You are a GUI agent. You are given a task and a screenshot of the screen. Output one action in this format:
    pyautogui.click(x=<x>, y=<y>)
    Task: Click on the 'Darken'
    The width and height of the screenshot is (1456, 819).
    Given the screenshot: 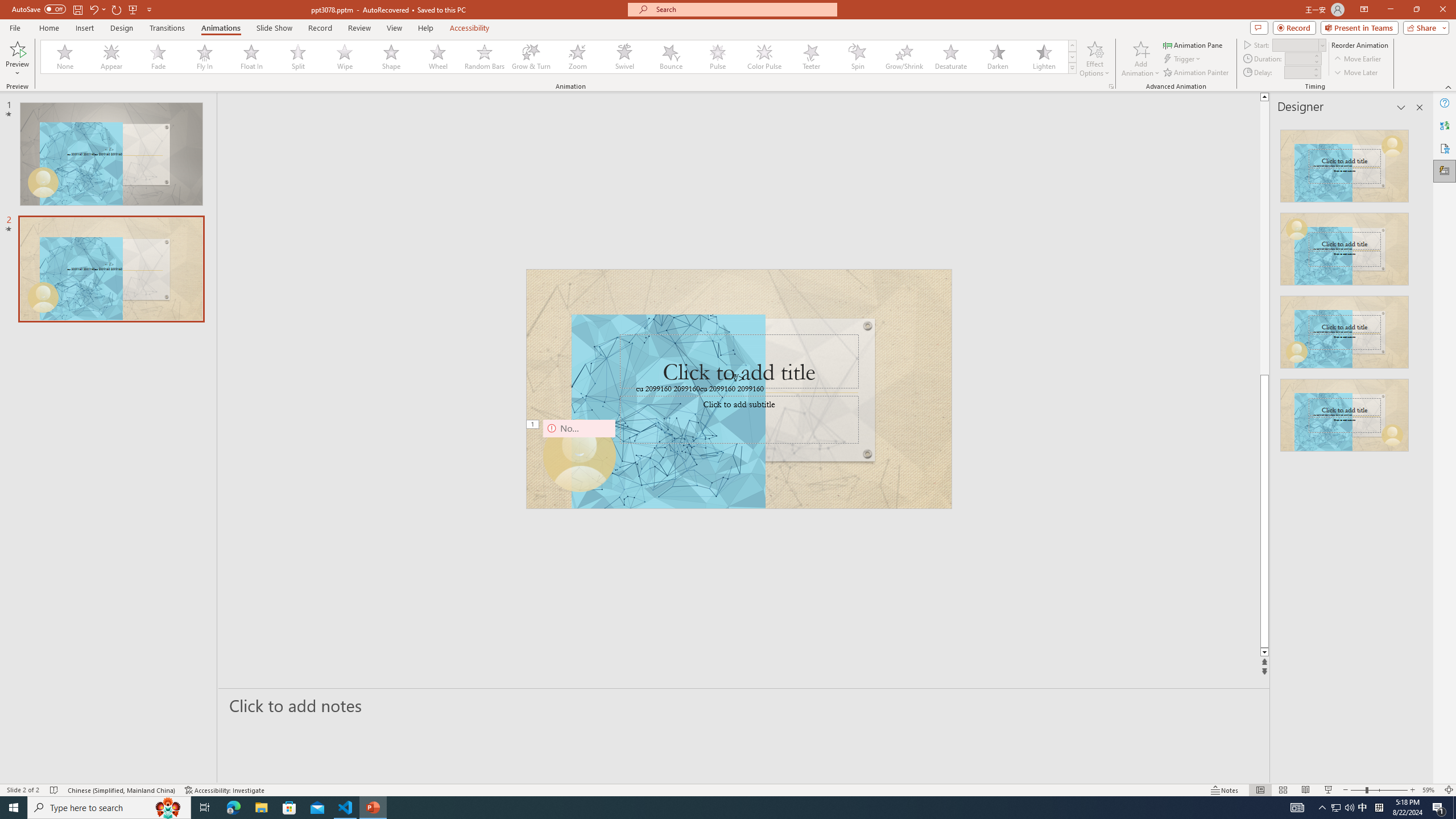 What is the action you would take?
    pyautogui.click(x=996, y=56)
    